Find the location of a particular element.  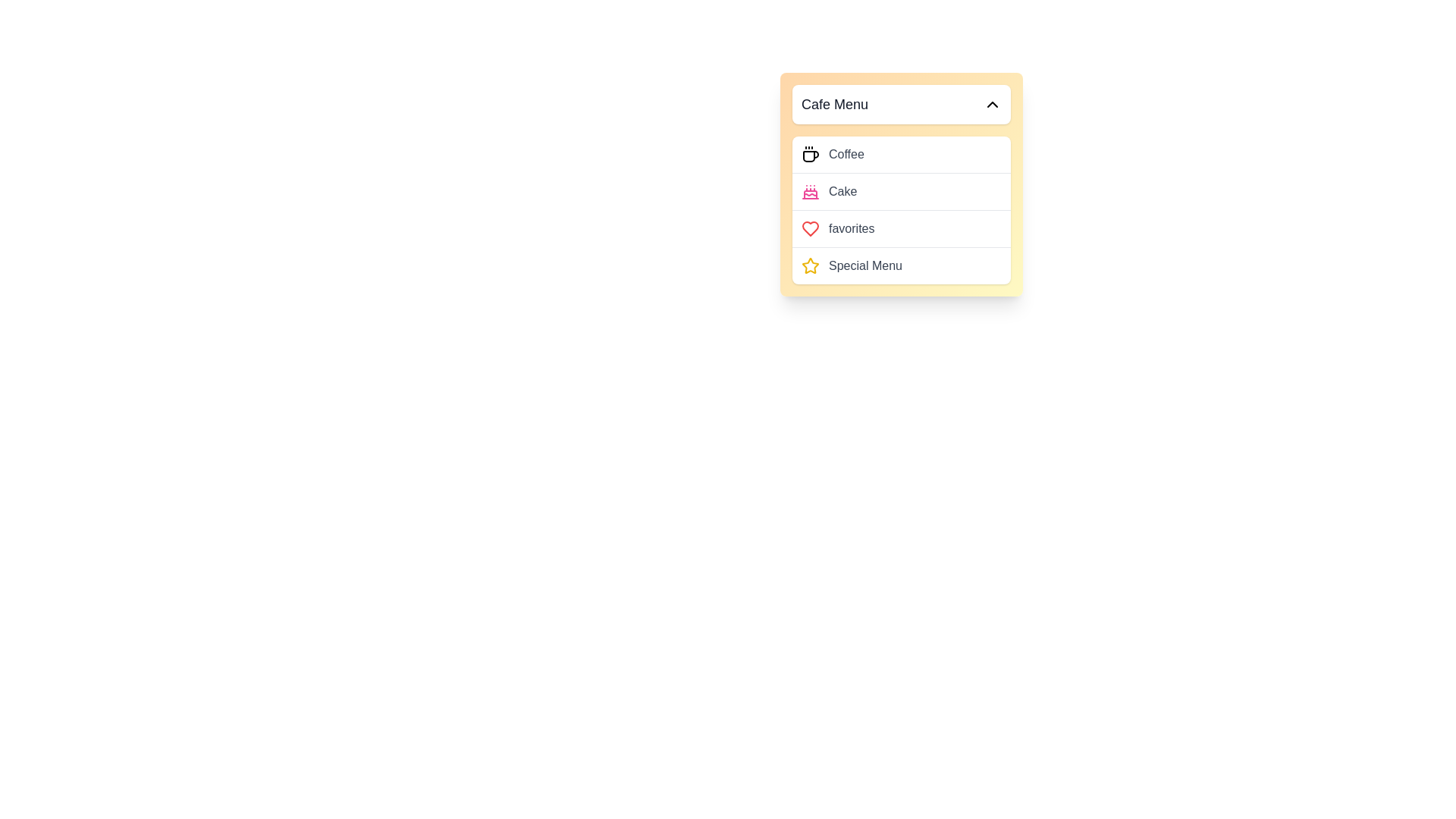

the 'Cake' menu option label is located at coordinates (842, 191).